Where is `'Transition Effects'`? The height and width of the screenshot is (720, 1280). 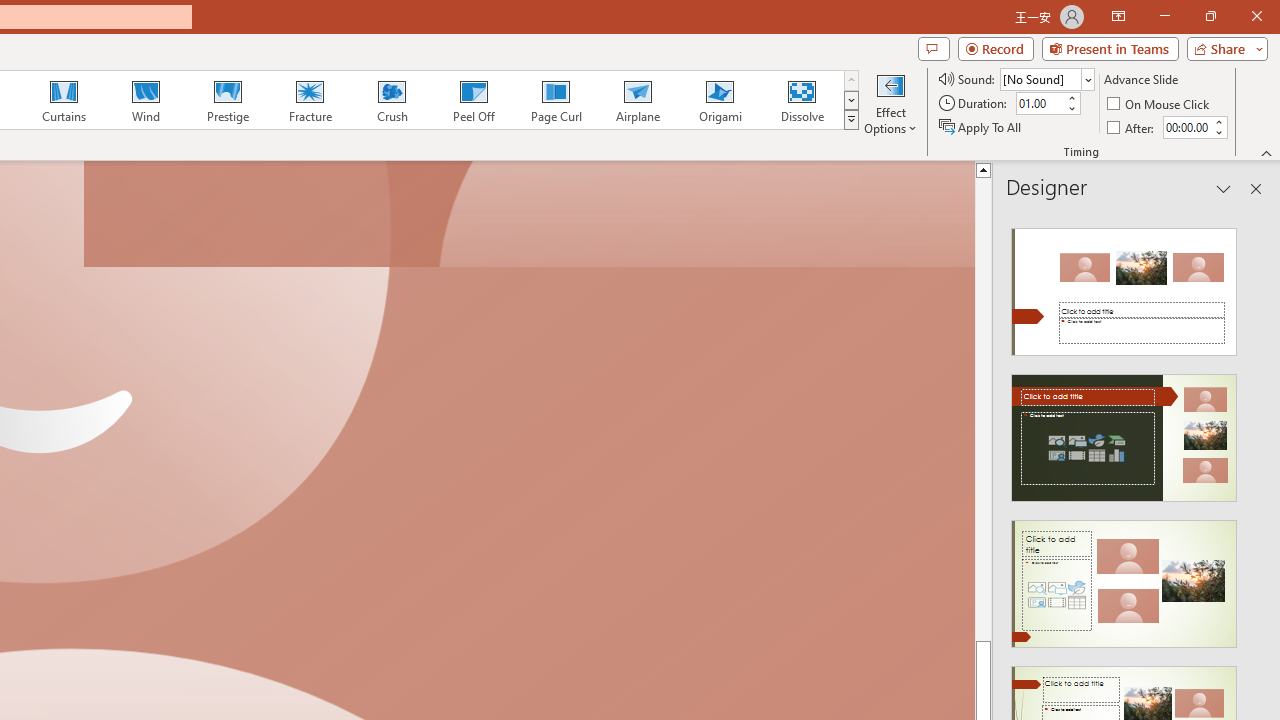
'Transition Effects' is located at coordinates (851, 120).